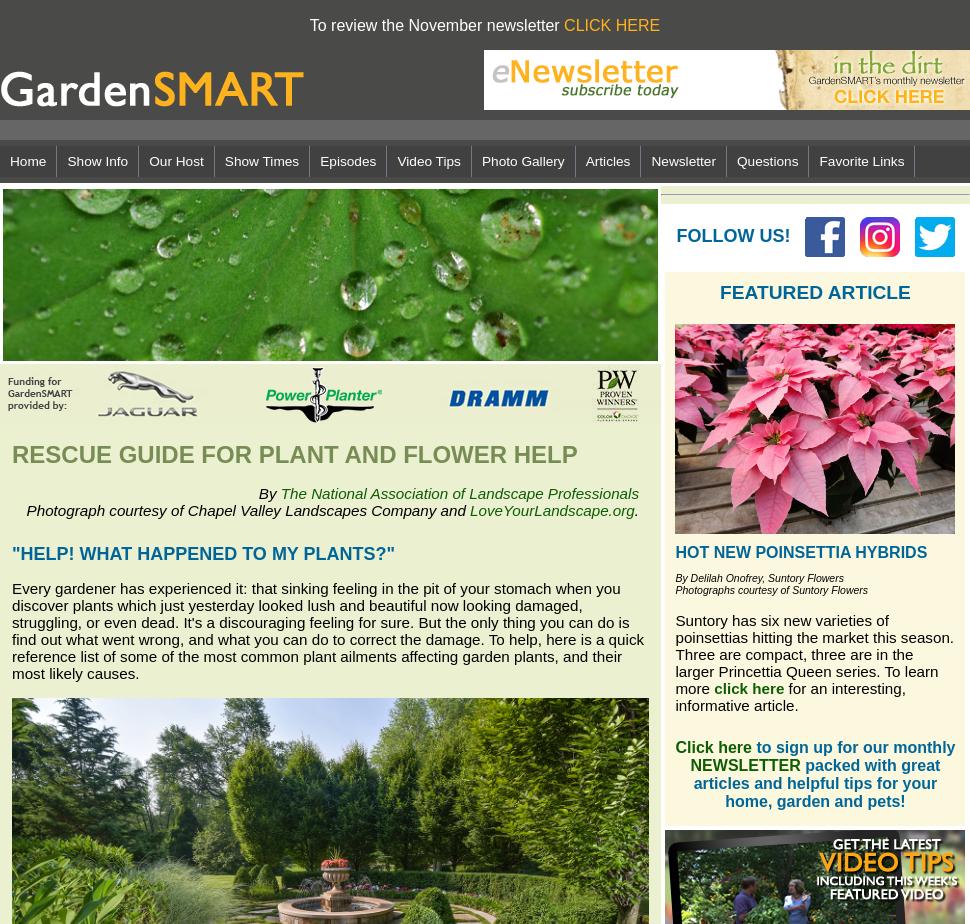  I want to click on 'click here', so click(749, 687).